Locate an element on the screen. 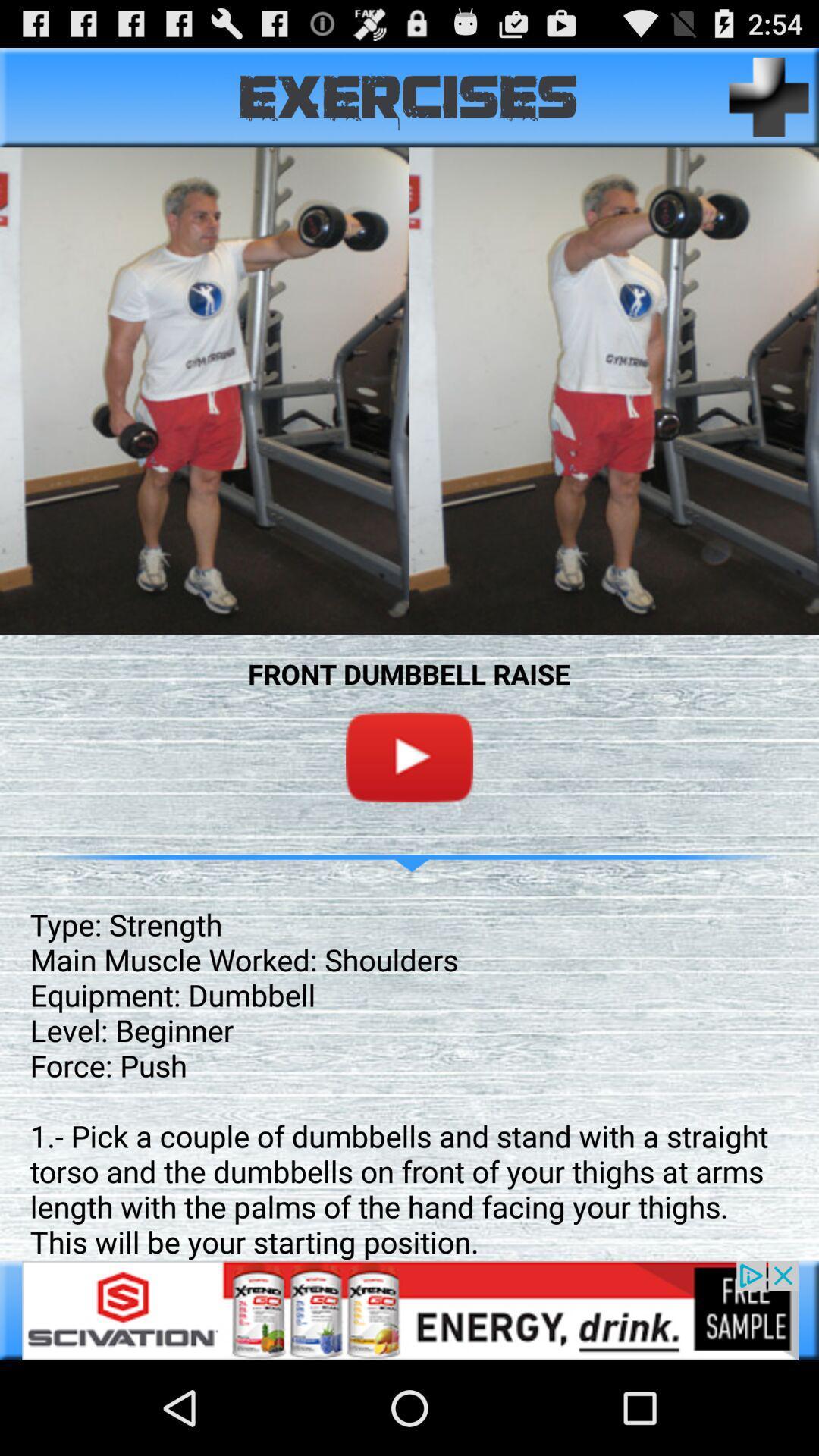  the add icon is located at coordinates (769, 103).